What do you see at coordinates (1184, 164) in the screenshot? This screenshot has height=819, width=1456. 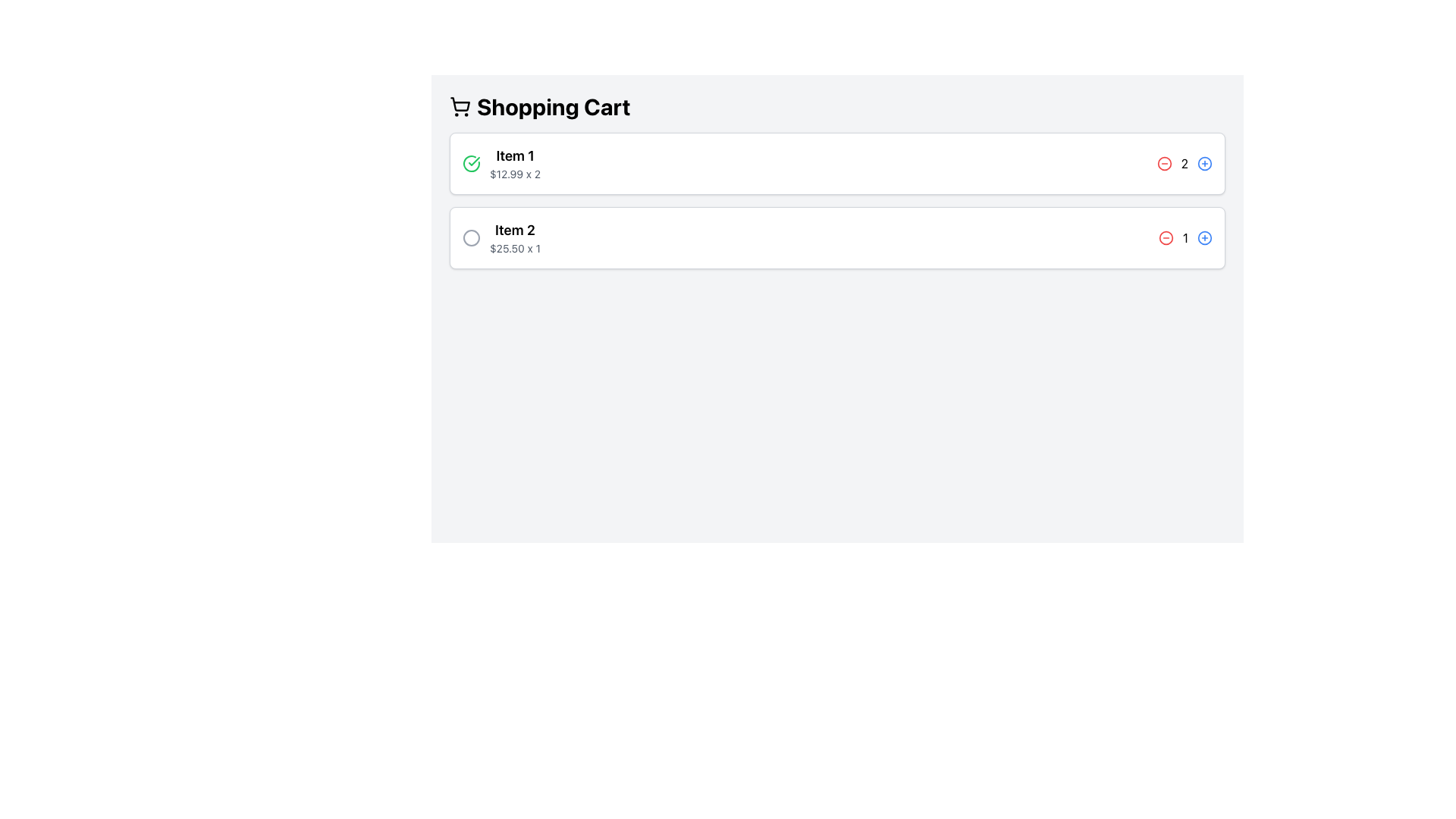 I see `the numeric text label '2' which is bold and black, located in the middle of the group of interactive icons for 'Item 1', between a red minus icon and a blue plus icon` at bounding box center [1184, 164].